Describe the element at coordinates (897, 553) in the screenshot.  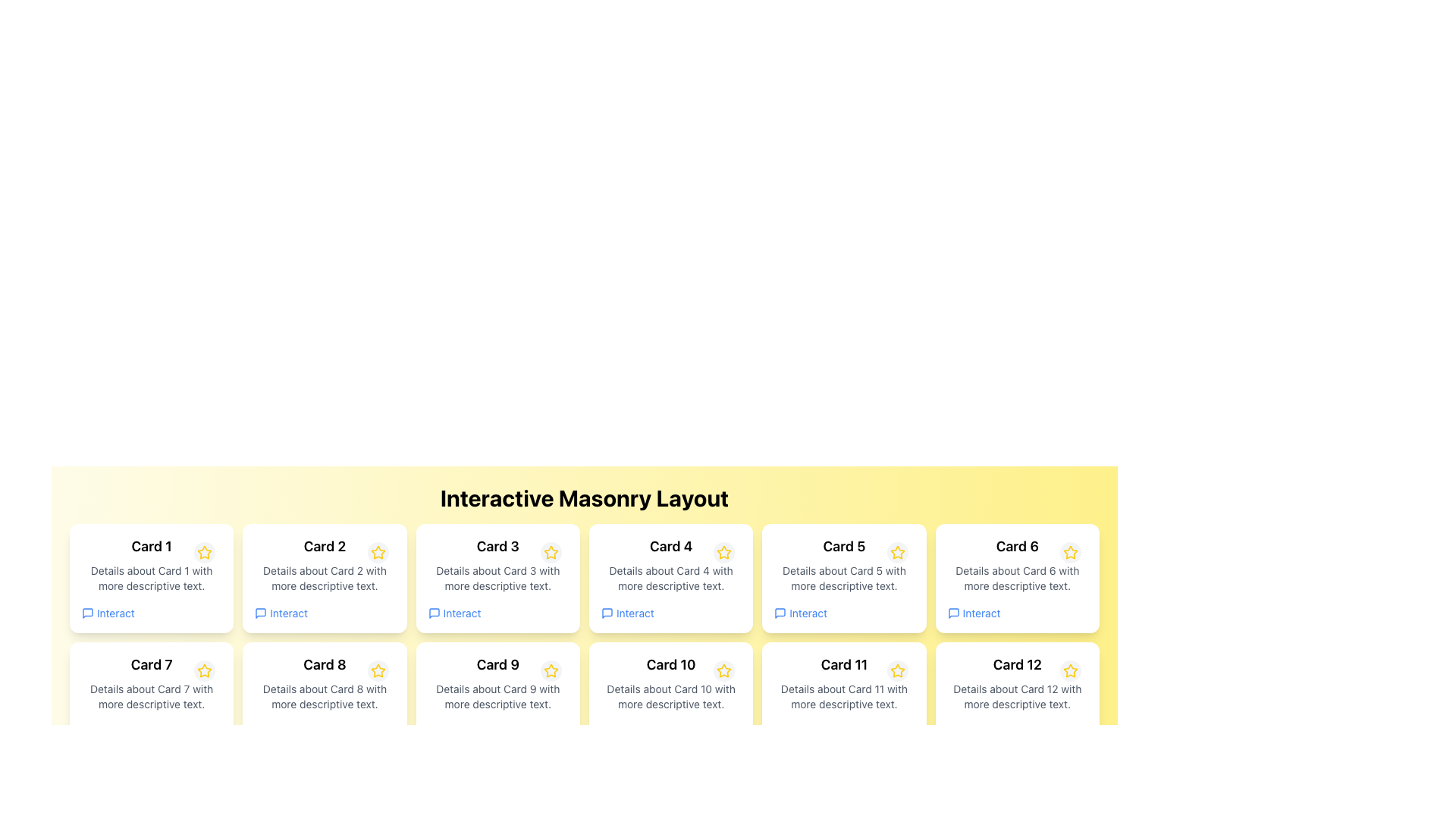
I see `the star icon in the top-right corner of the 'Card 5' box` at that location.